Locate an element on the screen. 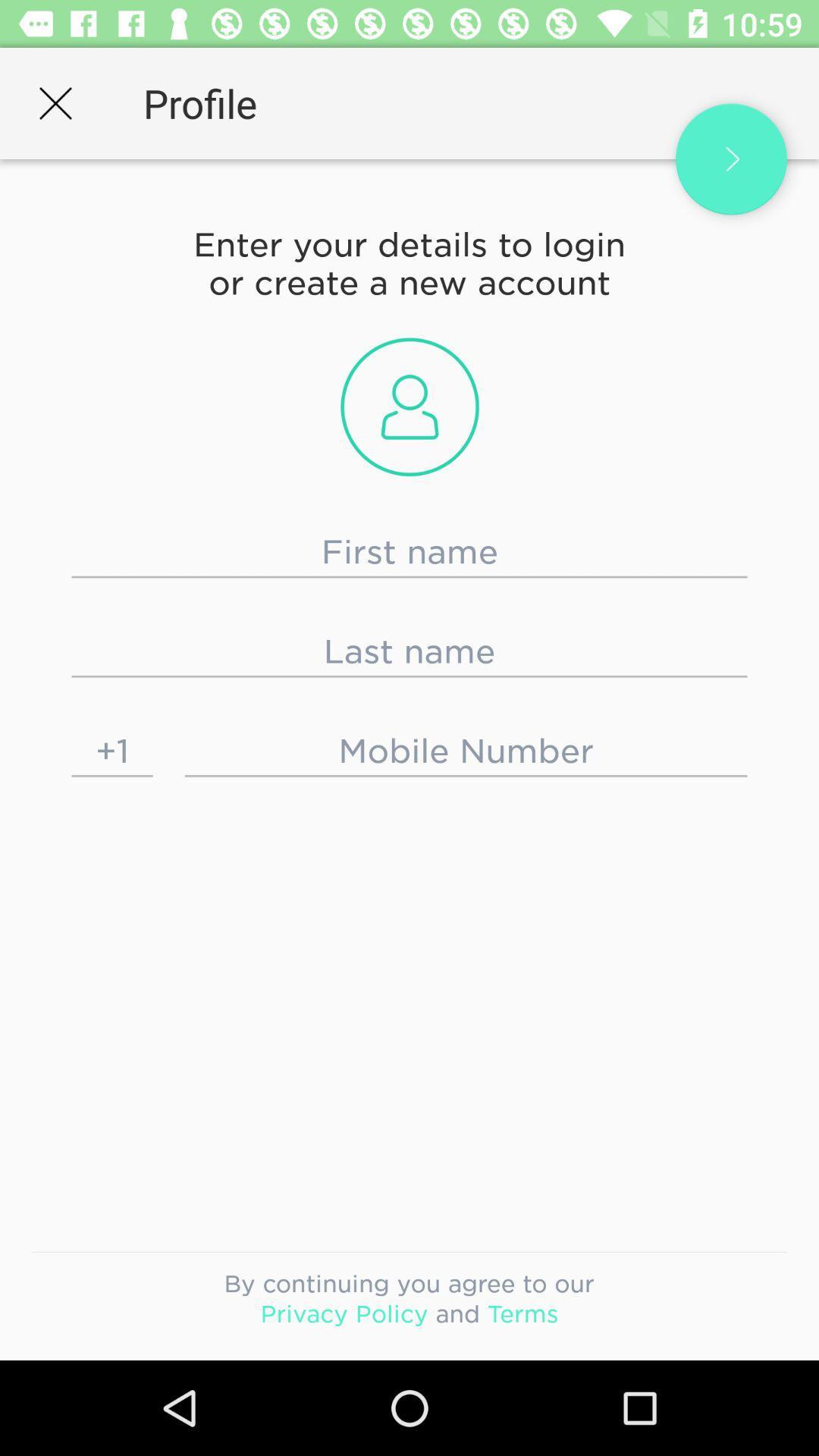 The image size is (819, 1456). area to input mobile number is located at coordinates (465, 751).